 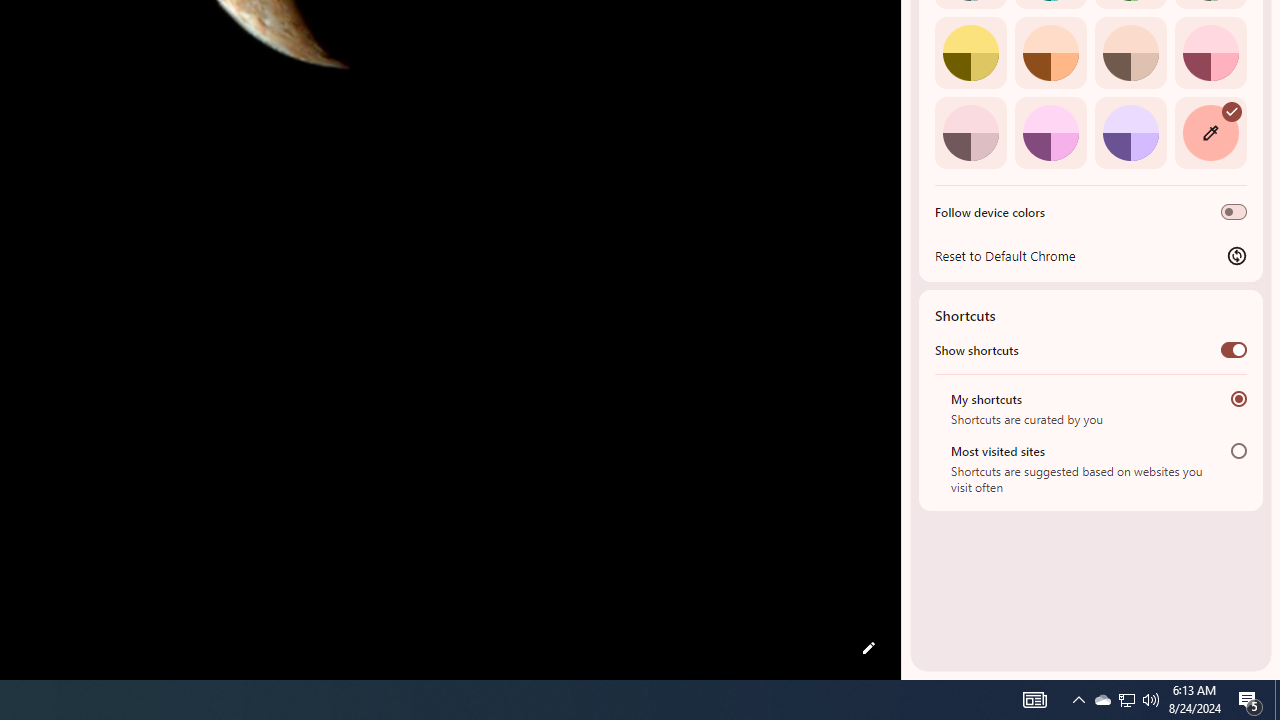 What do you see at coordinates (1231, 111) in the screenshot?
I see `'AutomationID: svg'` at bounding box center [1231, 111].